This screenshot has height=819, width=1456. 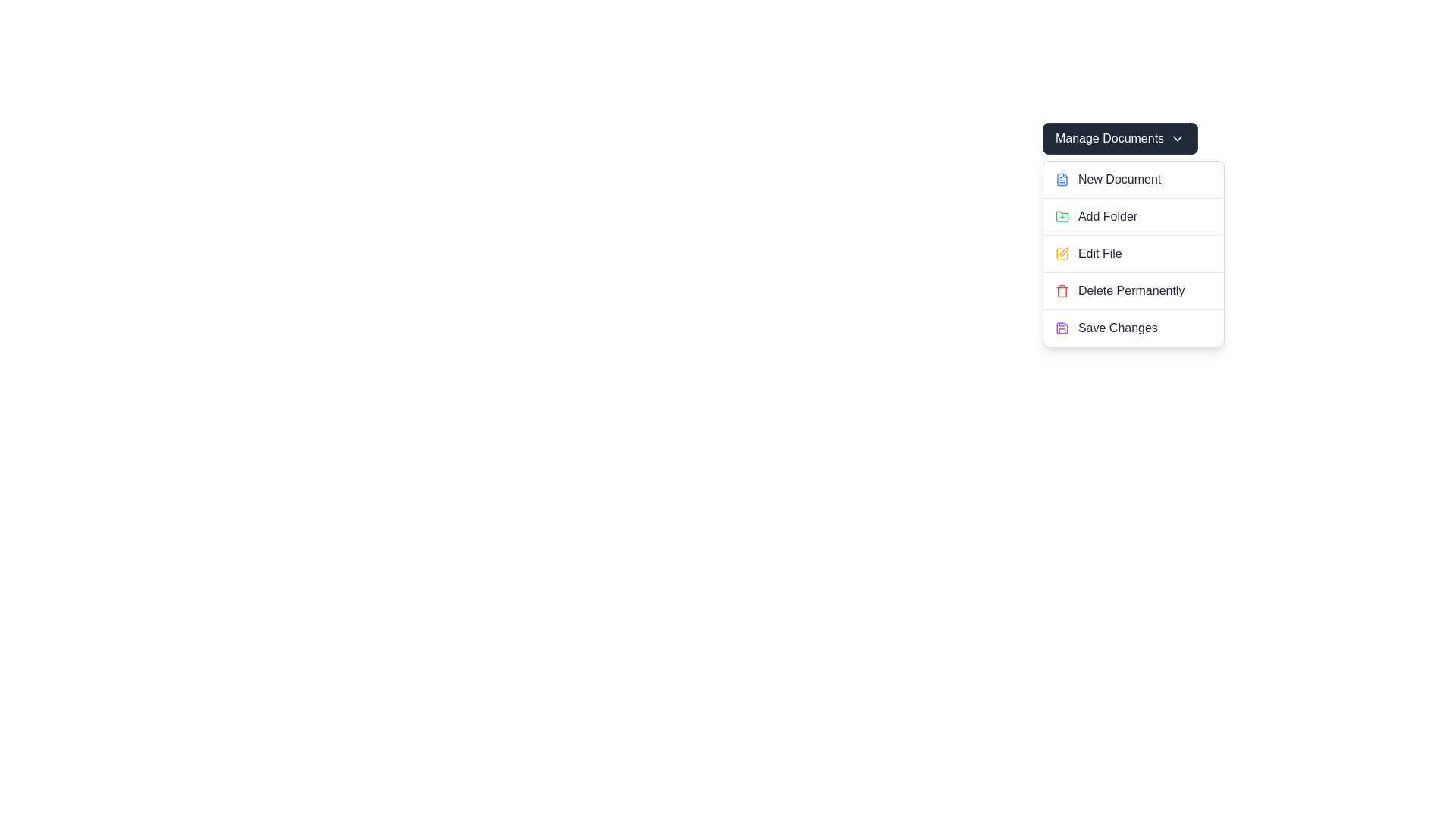 What do you see at coordinates (1131, 291) in the screenshot?
I see `the 'Delete Permanently' text label in the 'Manage Documents' dropdown menu` at bounding box center [1131, 291].